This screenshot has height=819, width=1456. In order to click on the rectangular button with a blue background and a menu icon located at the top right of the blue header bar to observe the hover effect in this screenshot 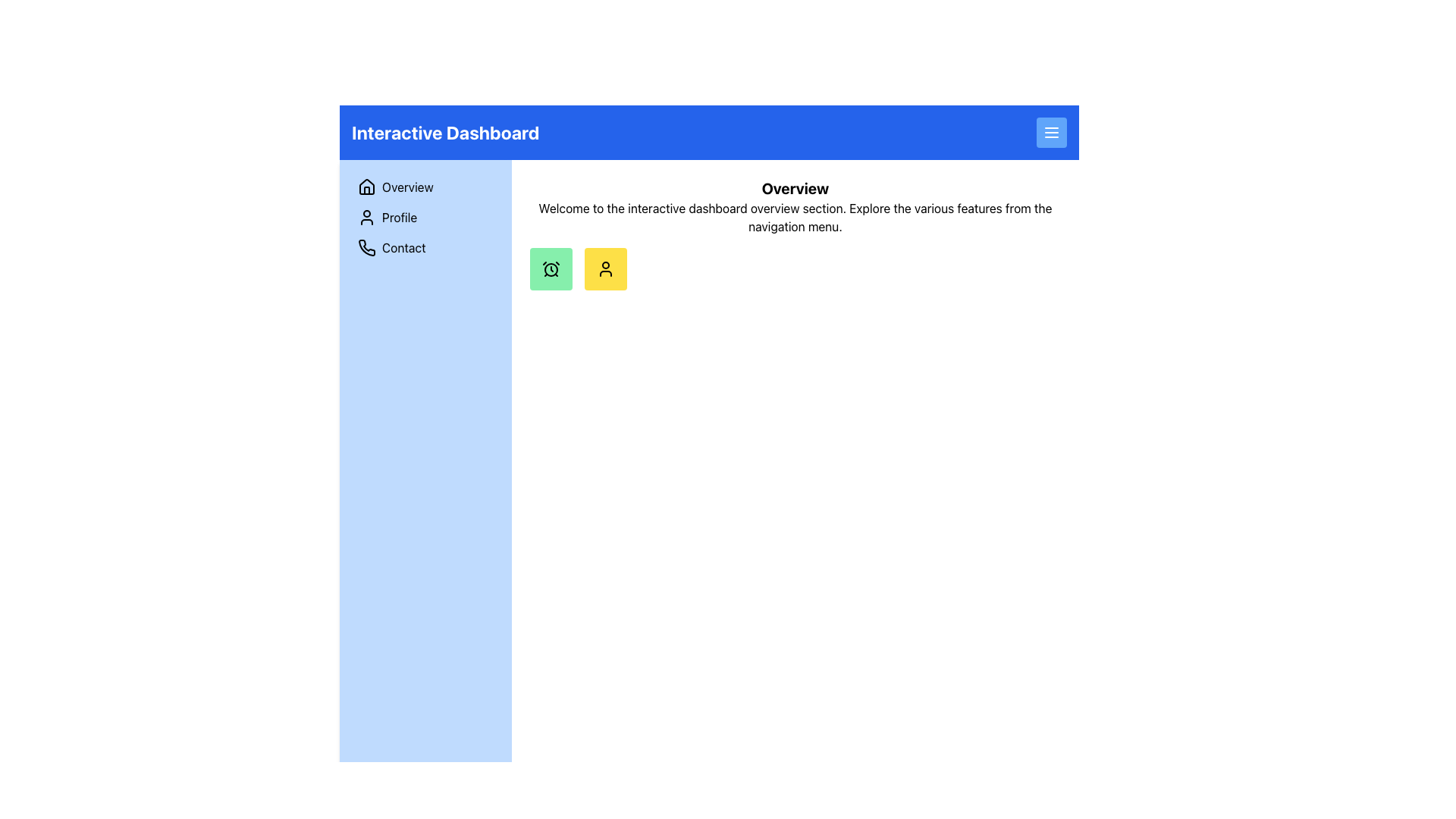, I will do `click(1051, 131)`.